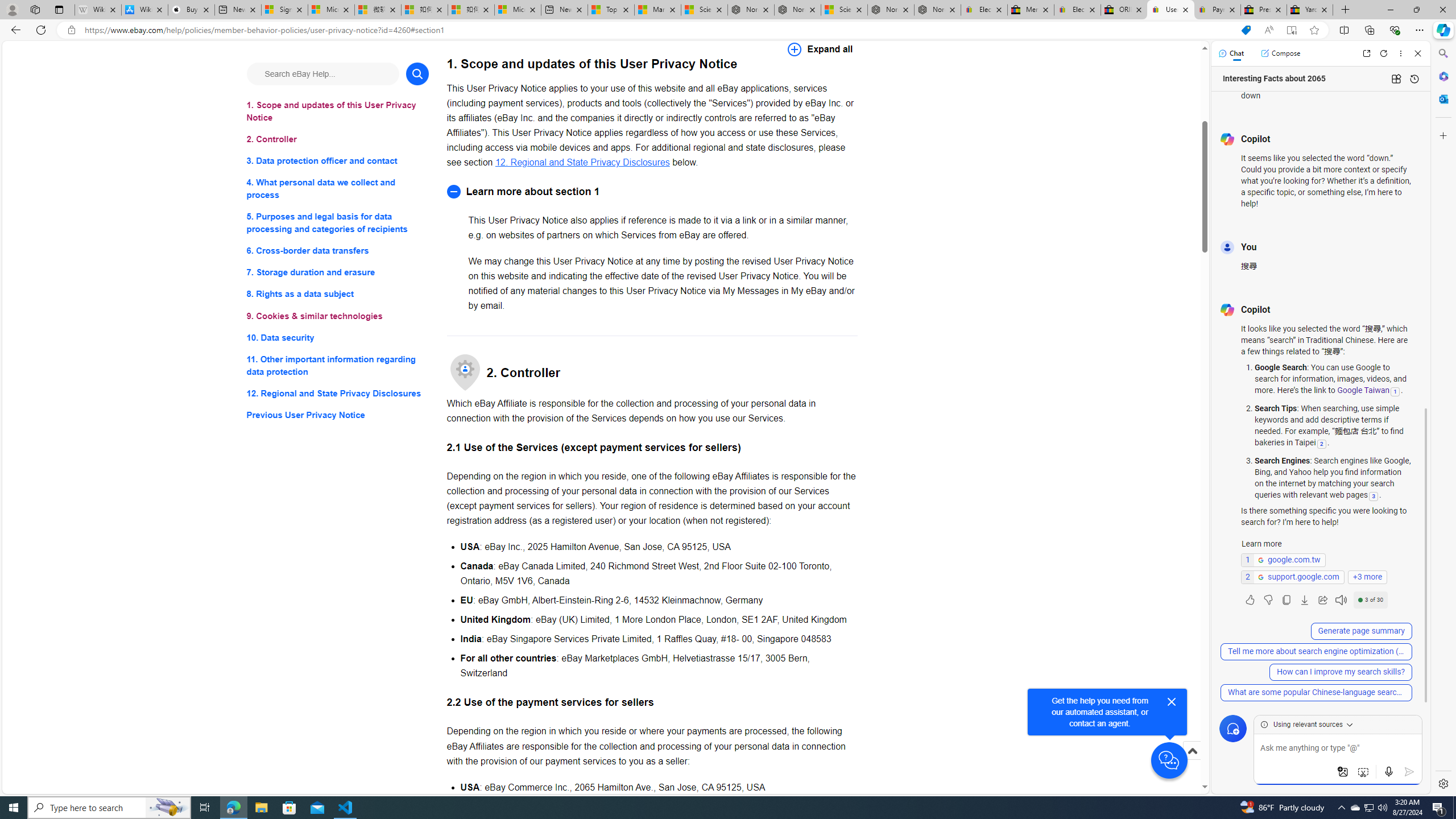 The image size is (1456, 819). I want to click on '4. What personal data we collect and process', so click(337, 189).